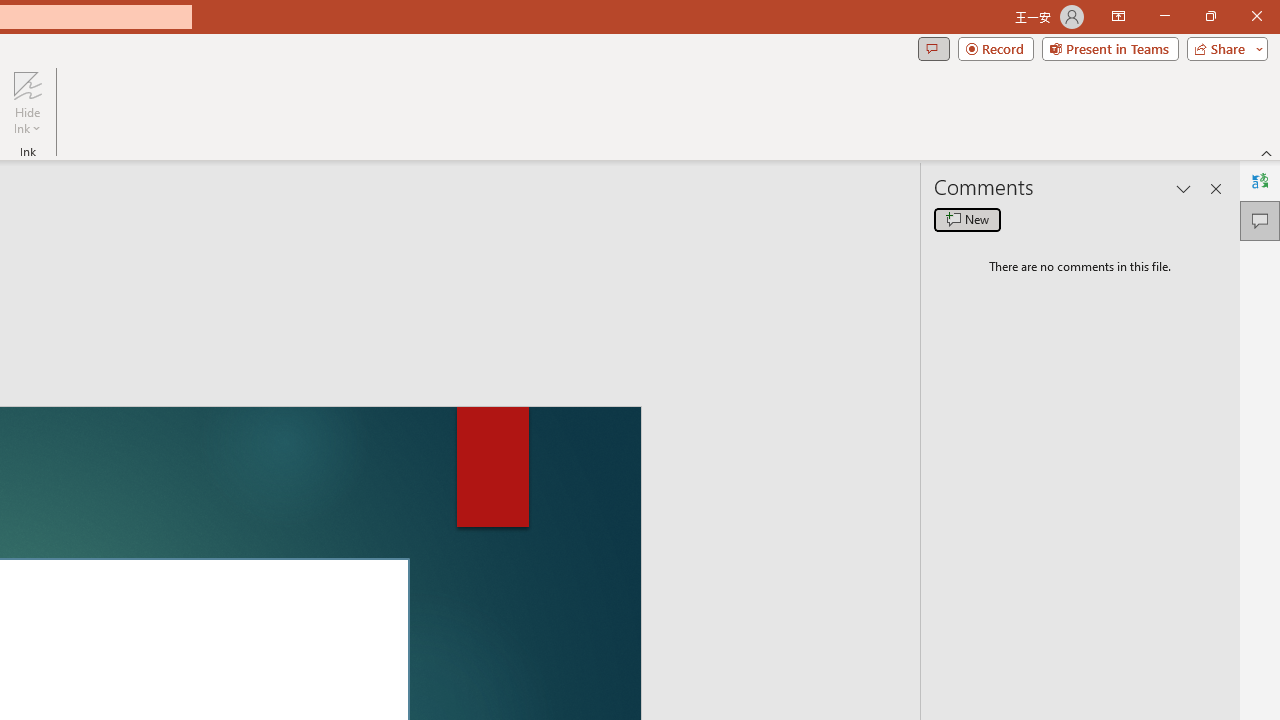 The height and width of the screenshot is (720, 1280). What do you see at coordinates (1243, 32) in the screenshot?
I see `'Close'` at bounding box center [1243, 32].